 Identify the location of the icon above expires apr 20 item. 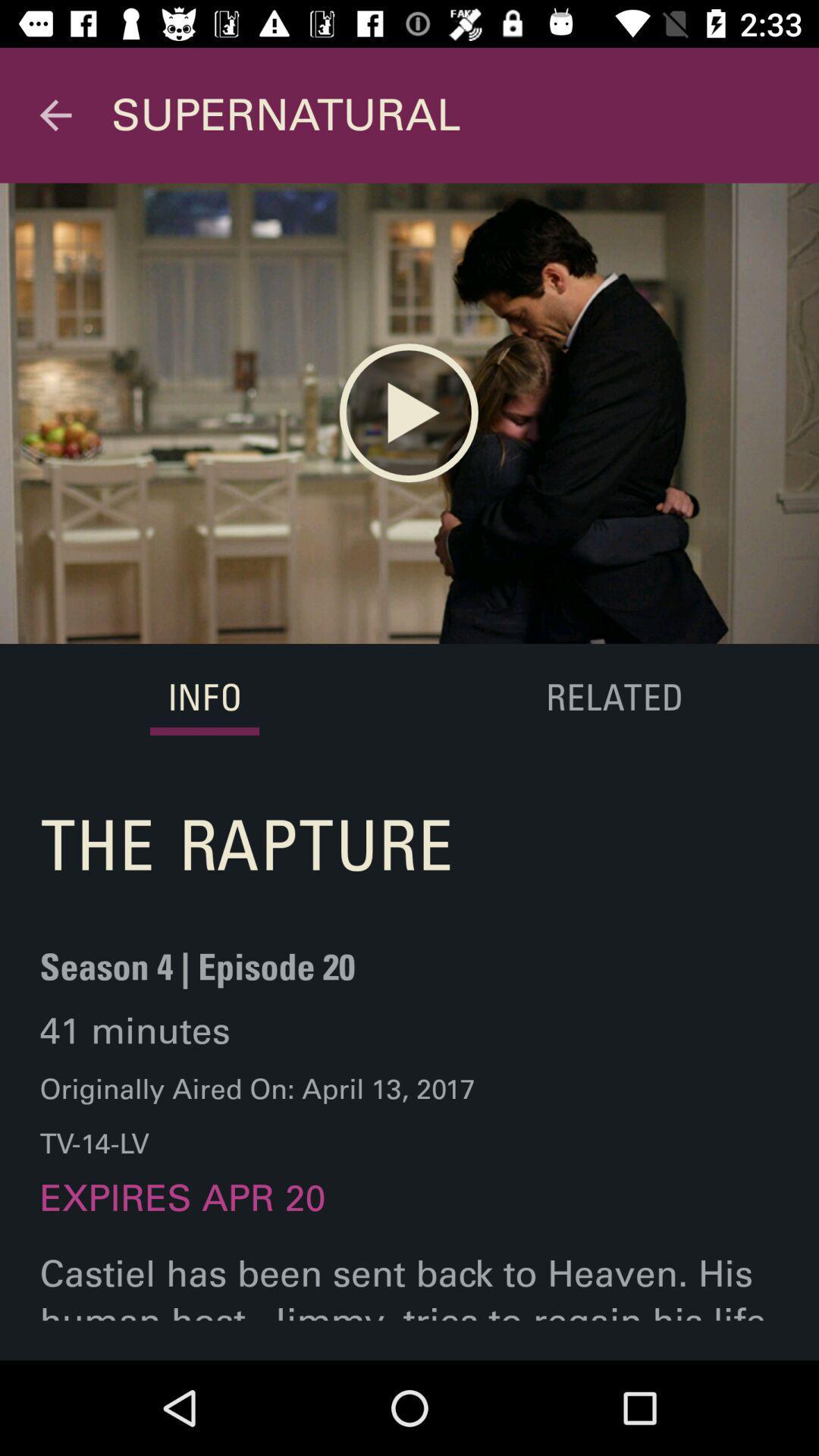
(256, 1116).